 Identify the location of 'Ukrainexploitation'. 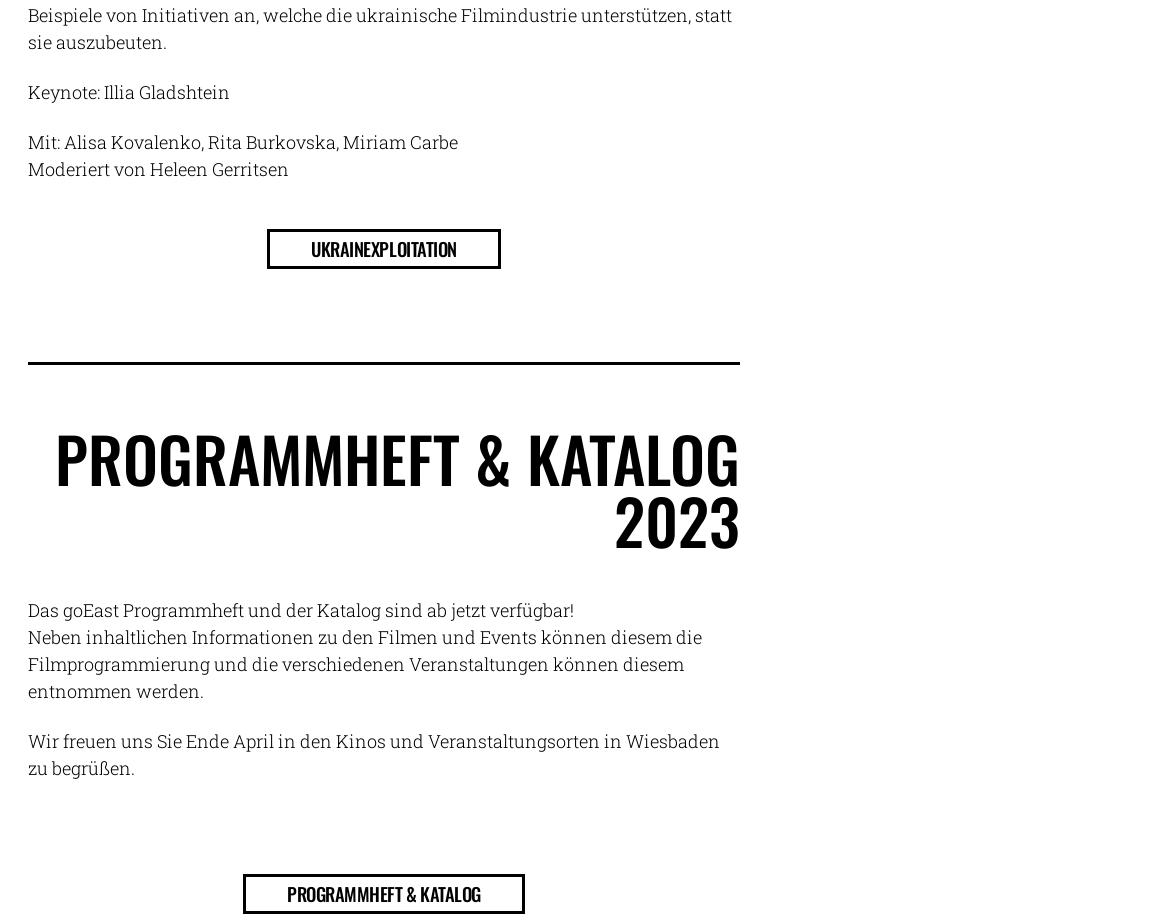
(310, 248).